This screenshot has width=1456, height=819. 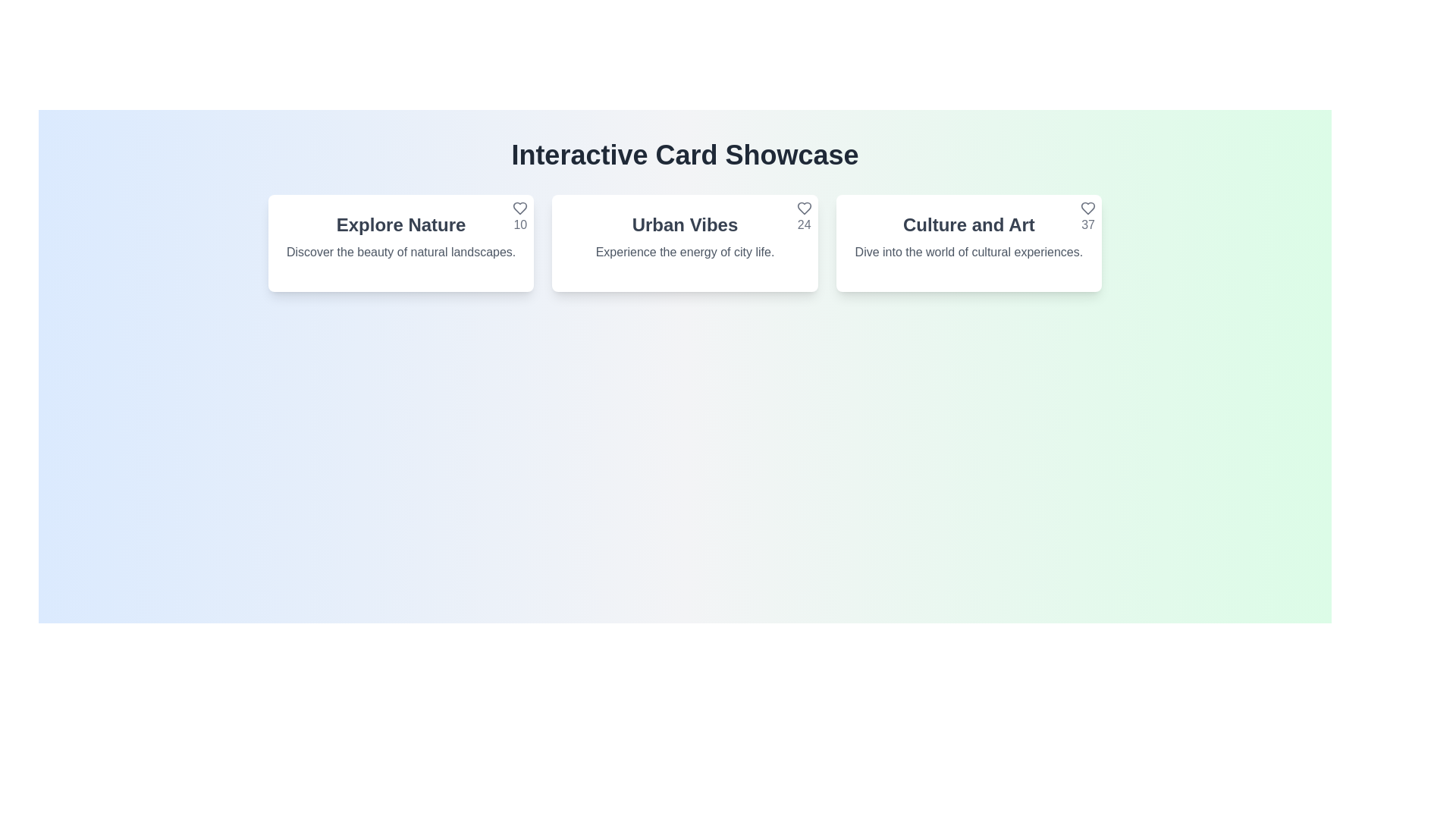 I want to click on text element that contains 'Dive into the world of cultural experiences.' positioned beneath the heading 'Culture and Art' in the third card from the left, so click(x=968, y=251).